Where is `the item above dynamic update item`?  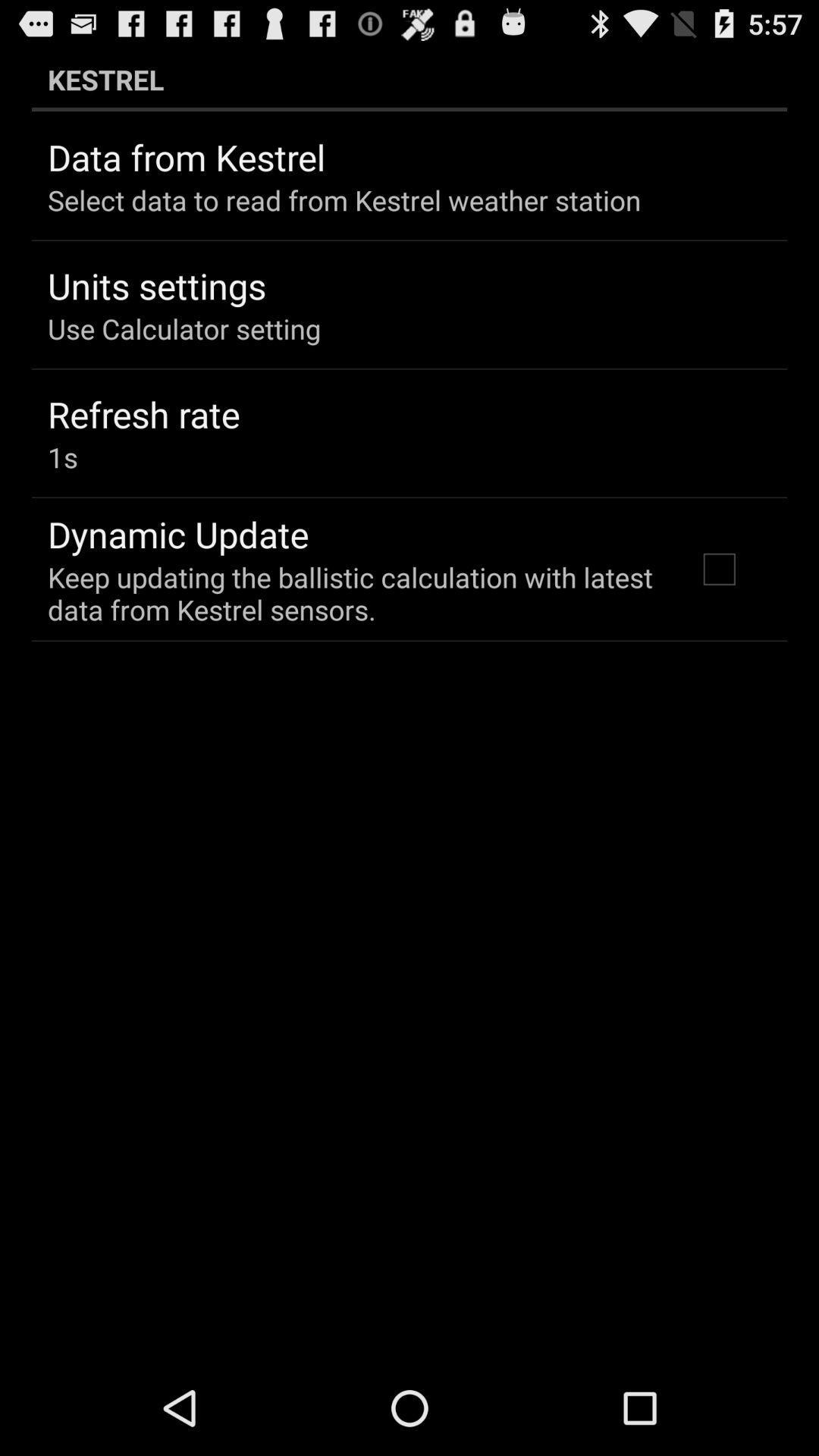 the item above dynamic update item is located at coordinates (61, 457).